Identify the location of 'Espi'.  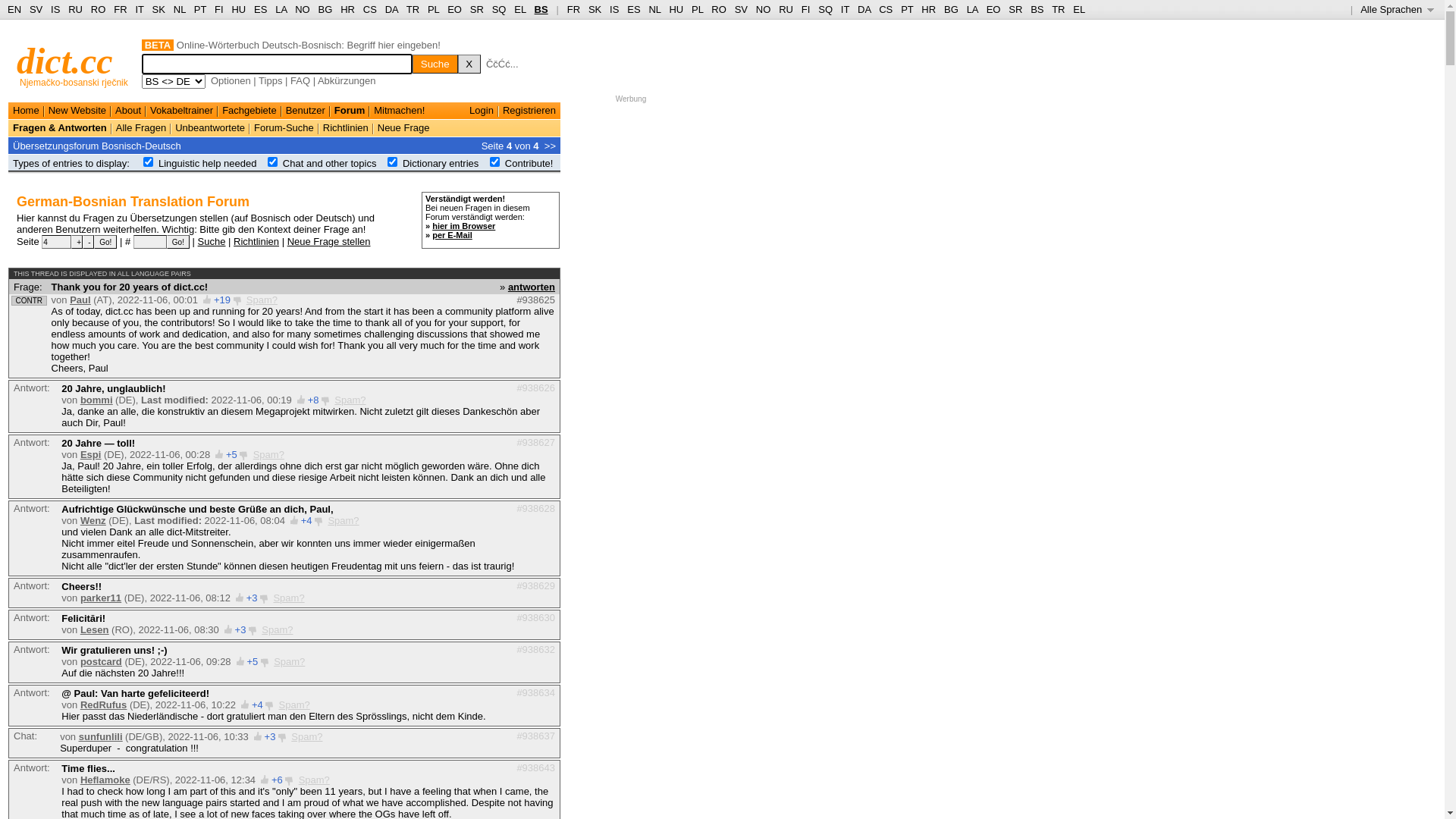
(89, 453).